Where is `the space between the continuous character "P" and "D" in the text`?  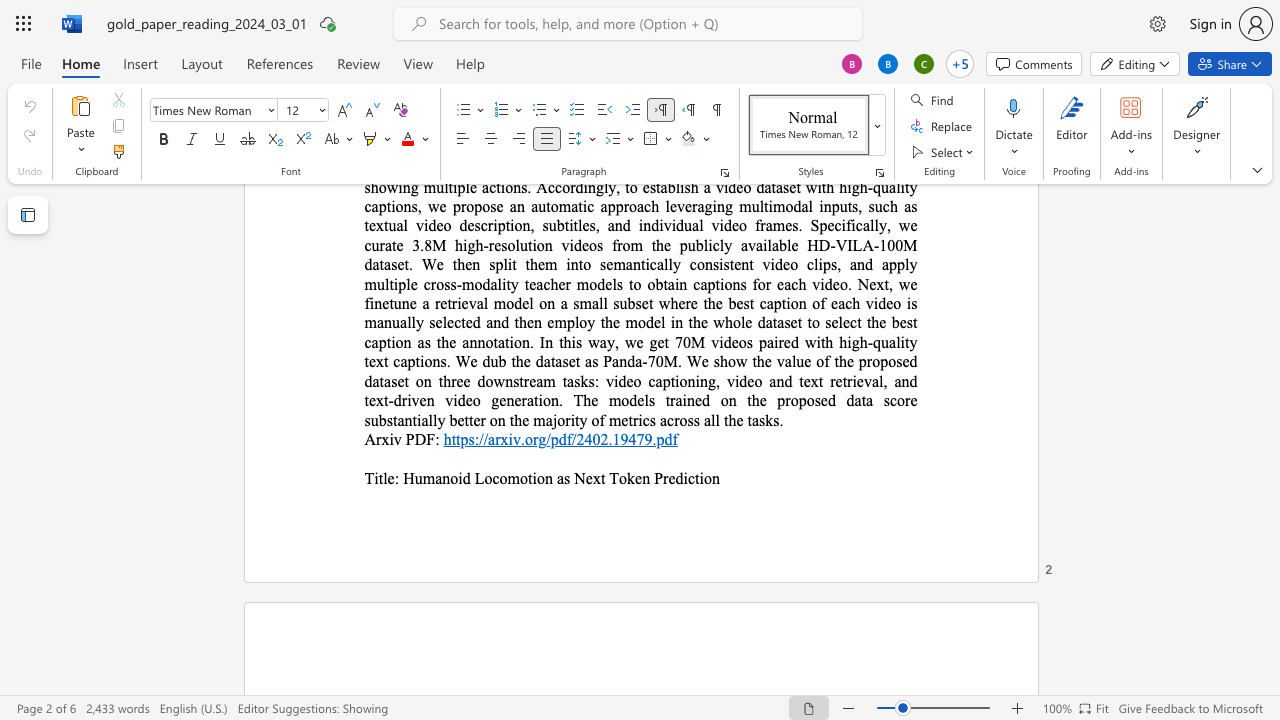 the space between the continuous character "P" and "D" in the text is located at coordinates (414, 438).